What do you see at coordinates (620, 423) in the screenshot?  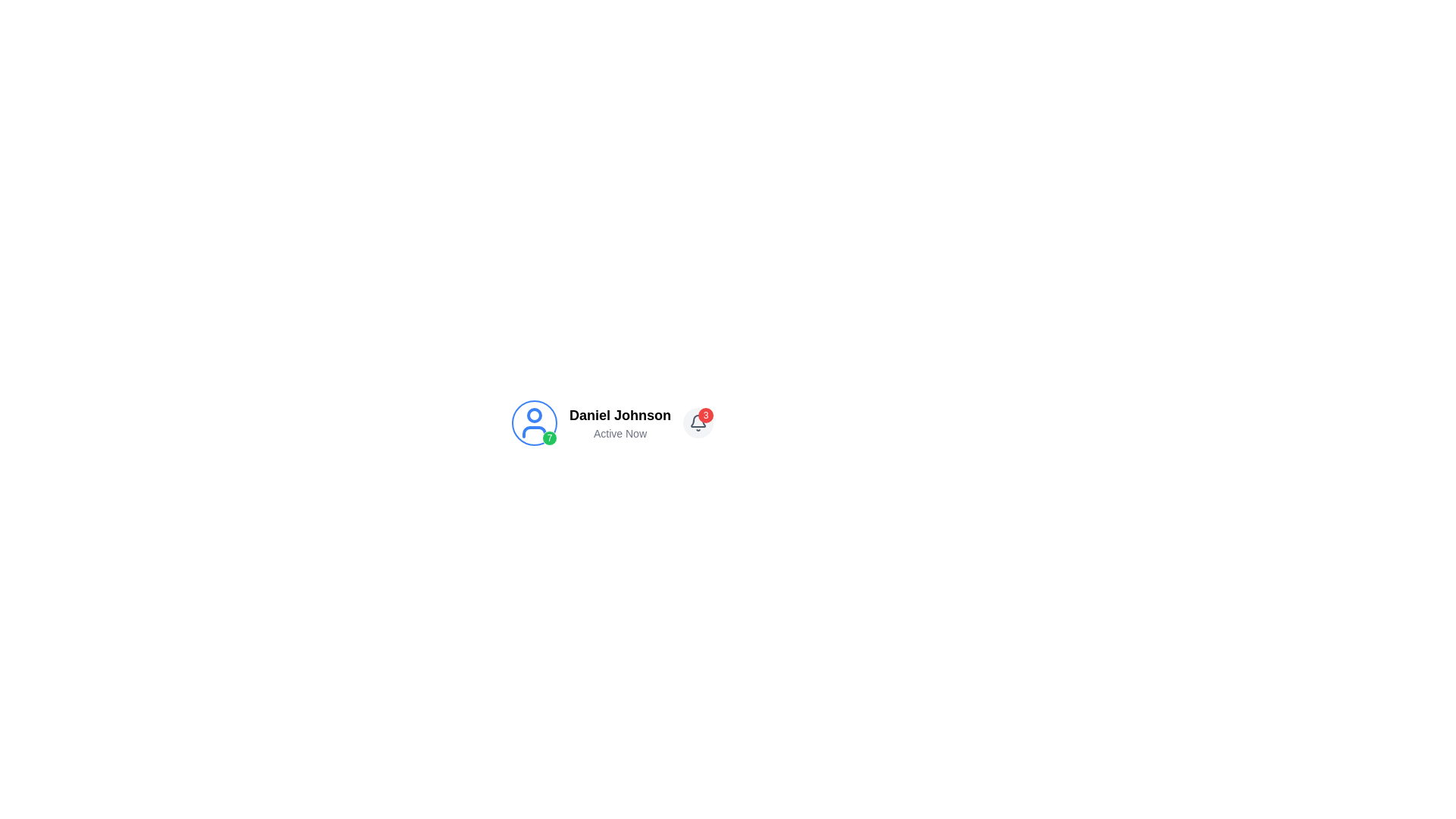 I see `the Text Label displaying 'Daniel Johnson' in bold and 'Active Now' in a smaller font, located between a profile icon with a green badge and a bell icon with a red badge` at bounding box center [620, 423].